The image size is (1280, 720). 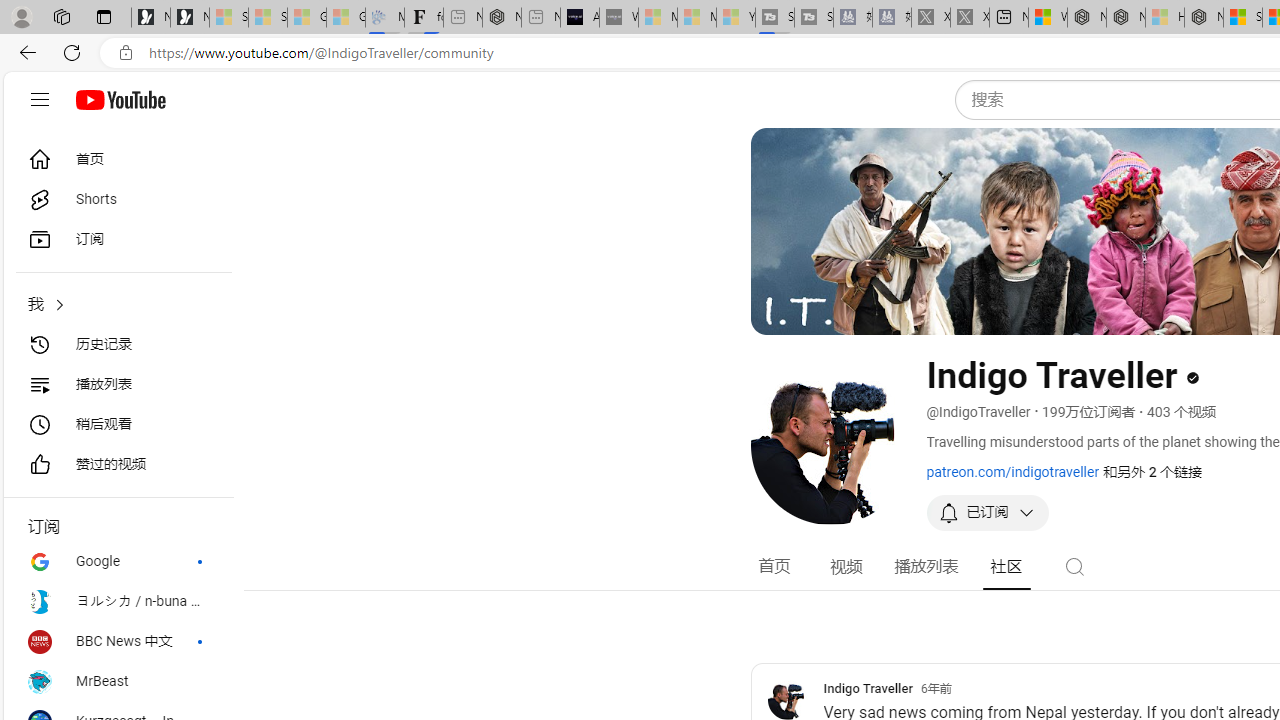 I want to click on 'MrBeast', so click(x=116, y=680).